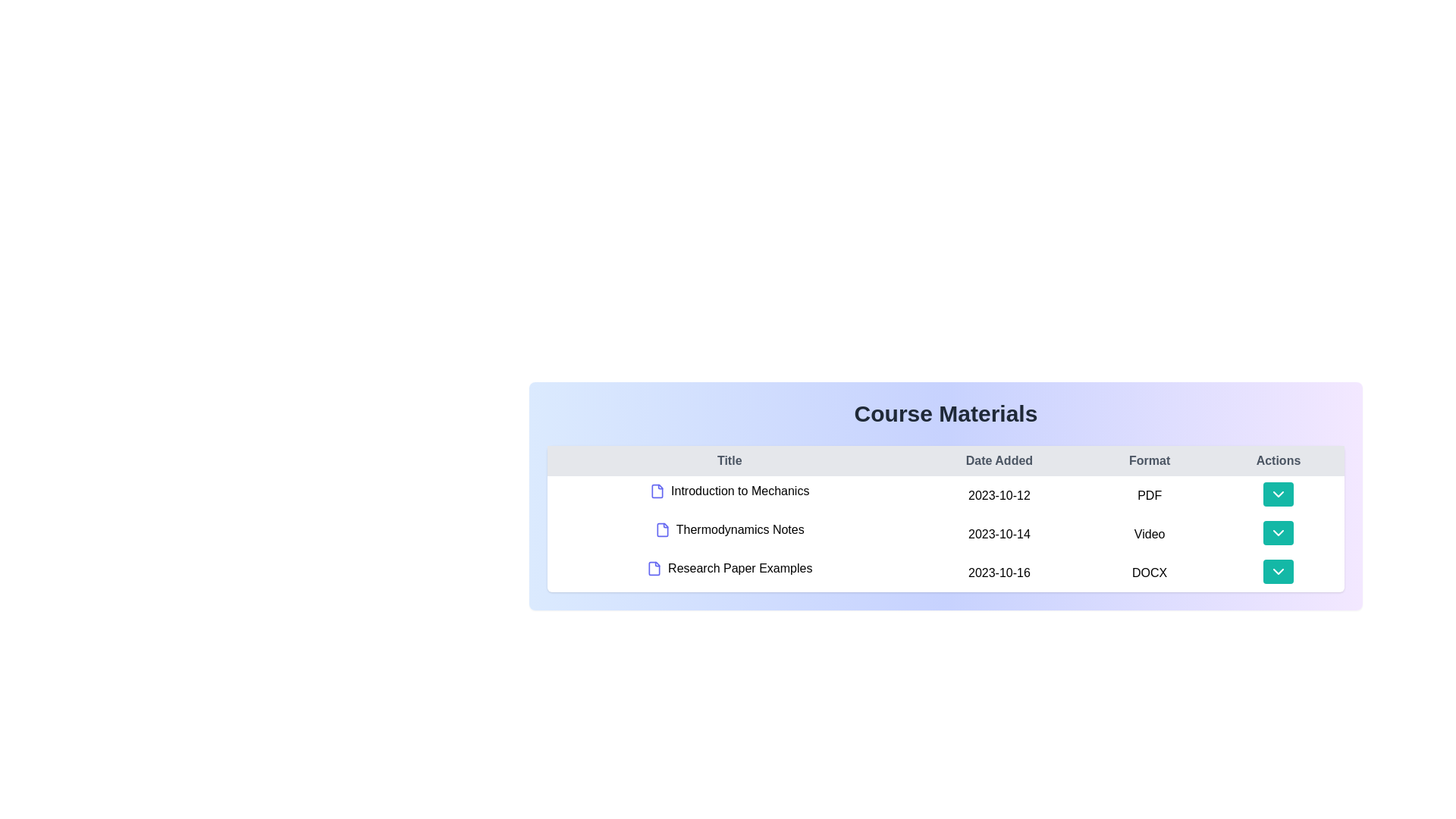 This screenshot has width=1456, height=819. Describe the element at coordinates (1150, 573) in the screenshot. I see `text 'DOCX' from the Label located in the 'Format' column of the table under the 'Research Paper Examples' row` at that location.